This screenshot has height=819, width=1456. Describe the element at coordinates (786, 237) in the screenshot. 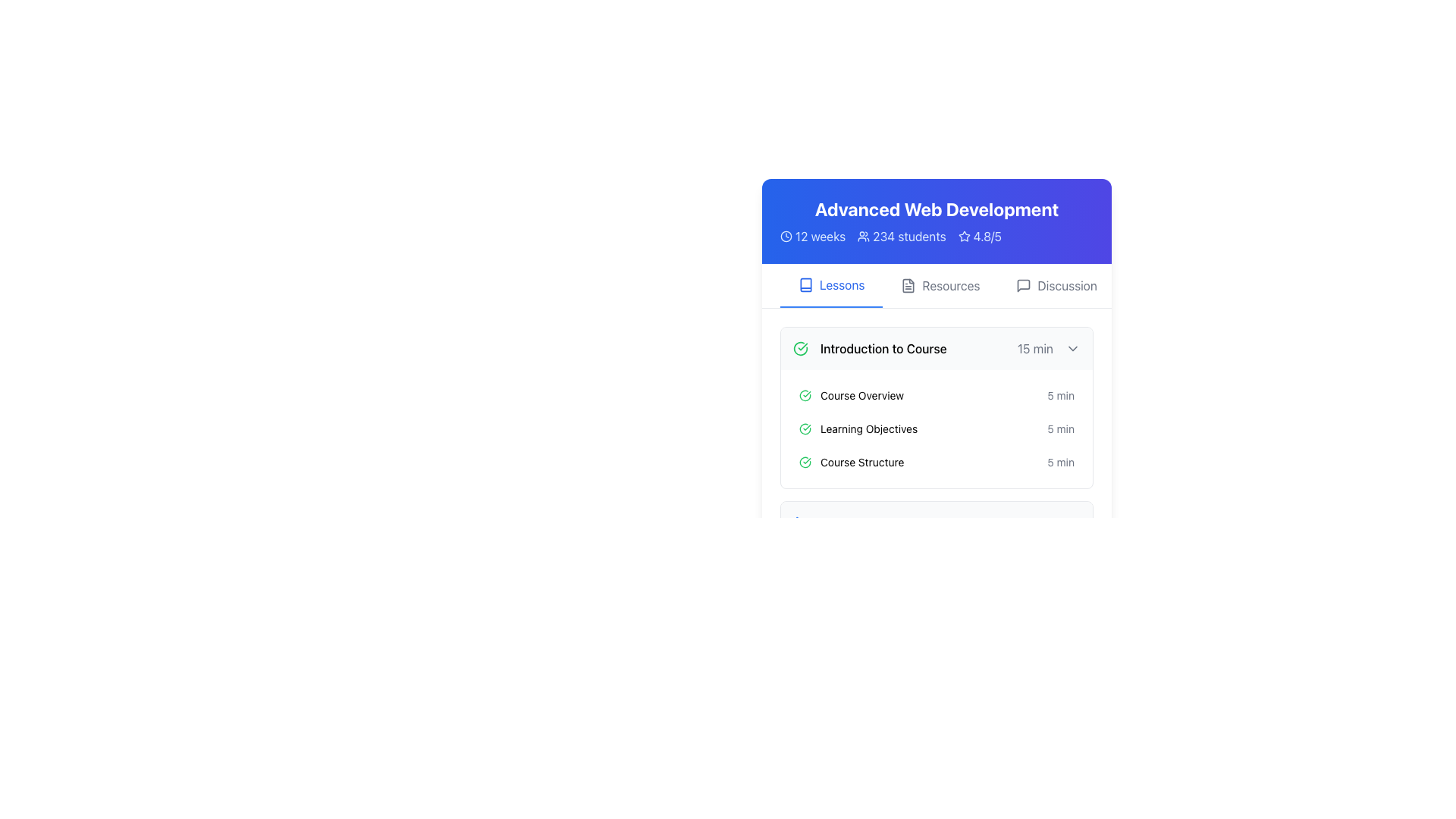

I see `the clock-shaped icon representing the duration of the course, located to the left of the text '12 weeks' in the course panel for 'Advanced Web Development'` at that location.